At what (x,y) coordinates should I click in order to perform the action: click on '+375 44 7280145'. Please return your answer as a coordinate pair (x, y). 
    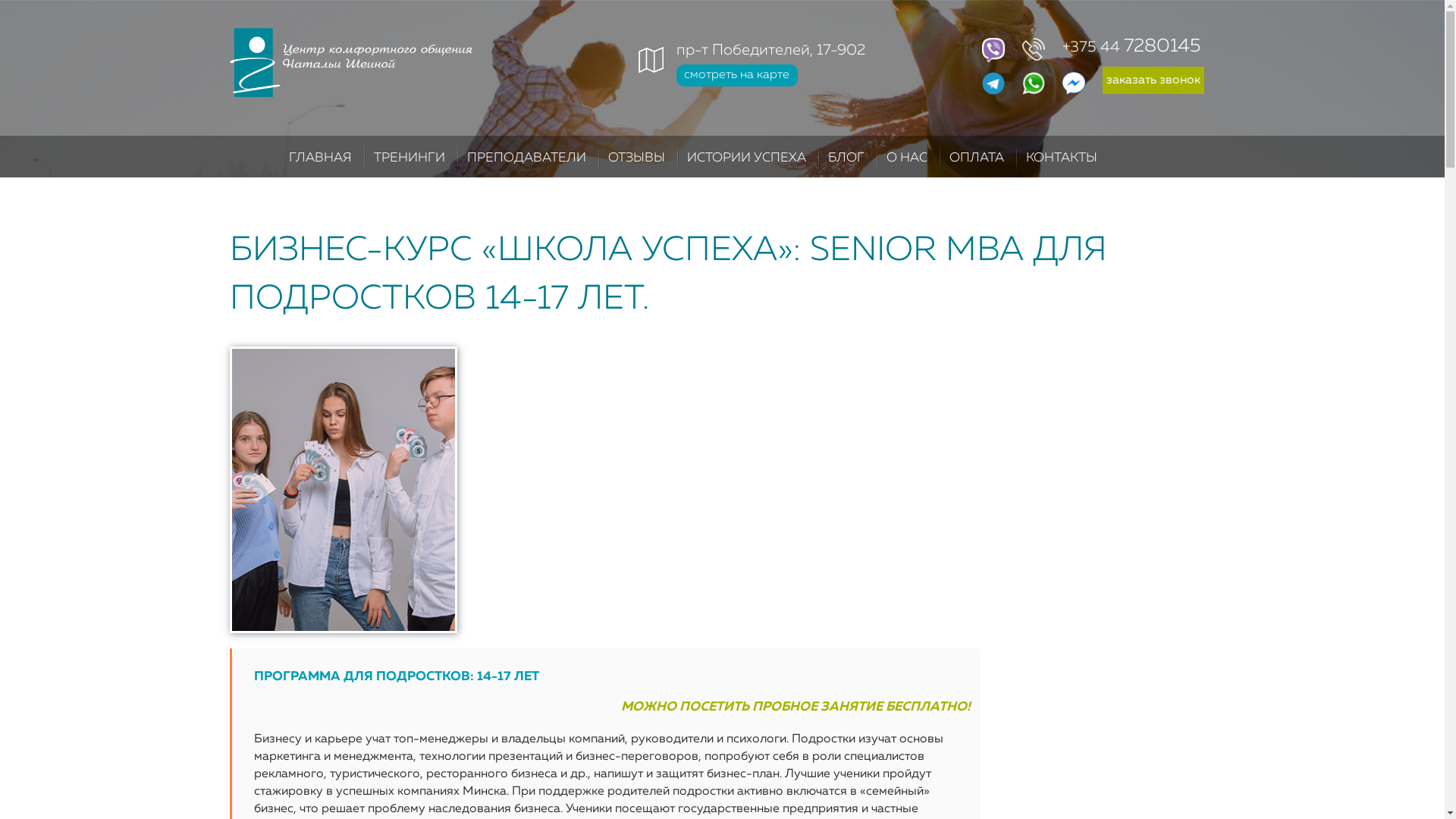
    Looking at the image, I should click on (1092, 45).